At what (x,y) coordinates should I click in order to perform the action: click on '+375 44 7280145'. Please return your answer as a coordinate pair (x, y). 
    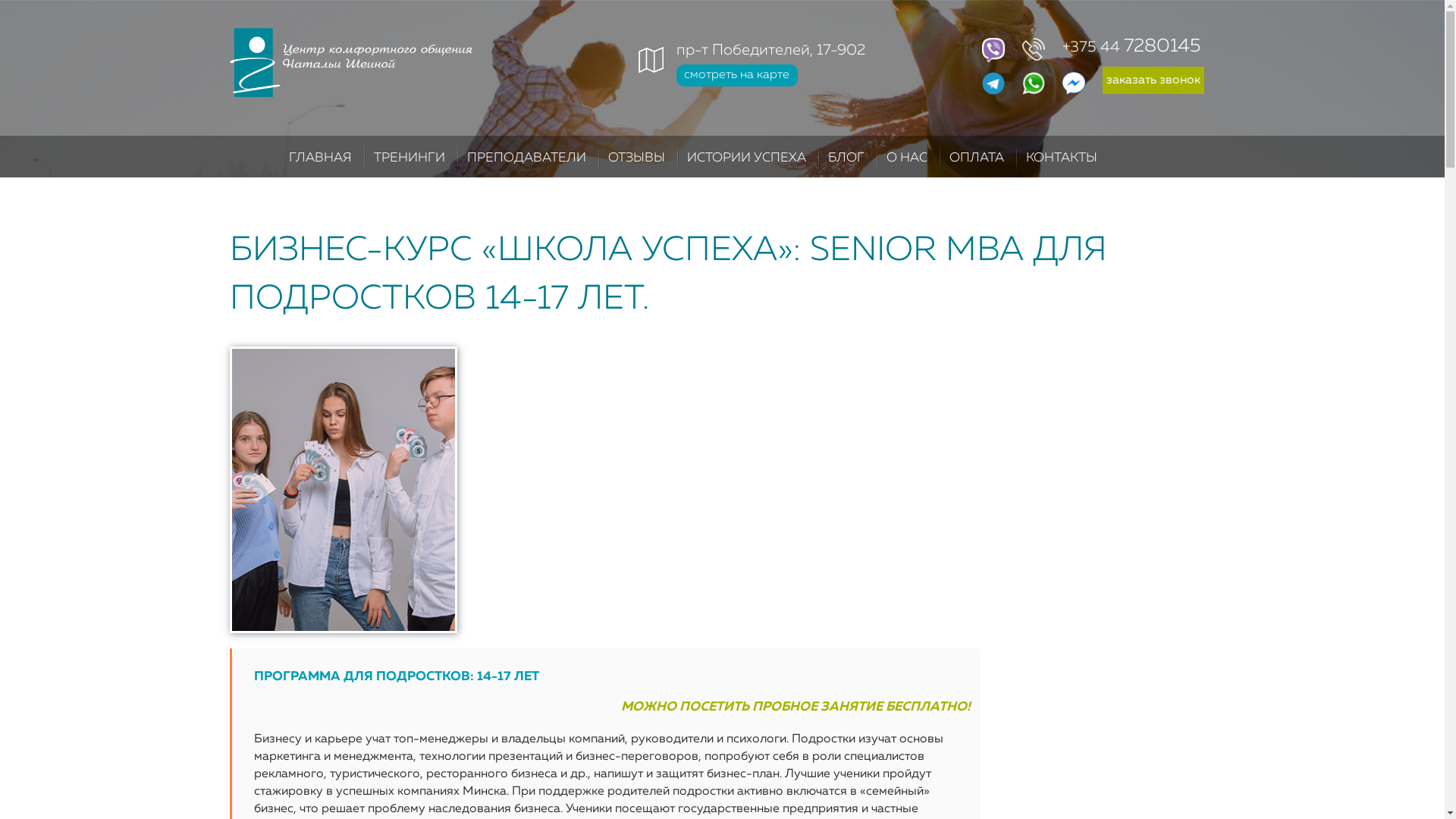
    Looking at the image, I should click on (1092, 45).